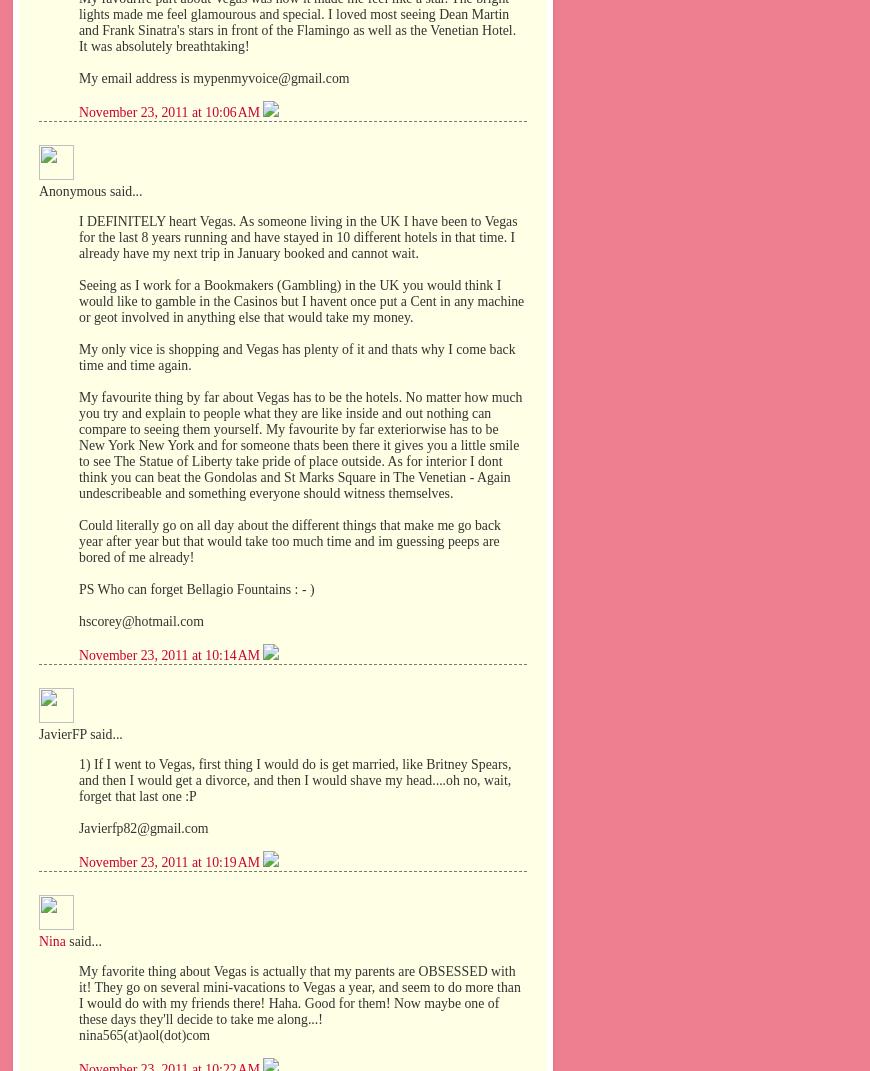 The height and width of the screenshot is (1071, 870). I want to click on 'nina565(at)aol(dot)com', so click(143, 1034).